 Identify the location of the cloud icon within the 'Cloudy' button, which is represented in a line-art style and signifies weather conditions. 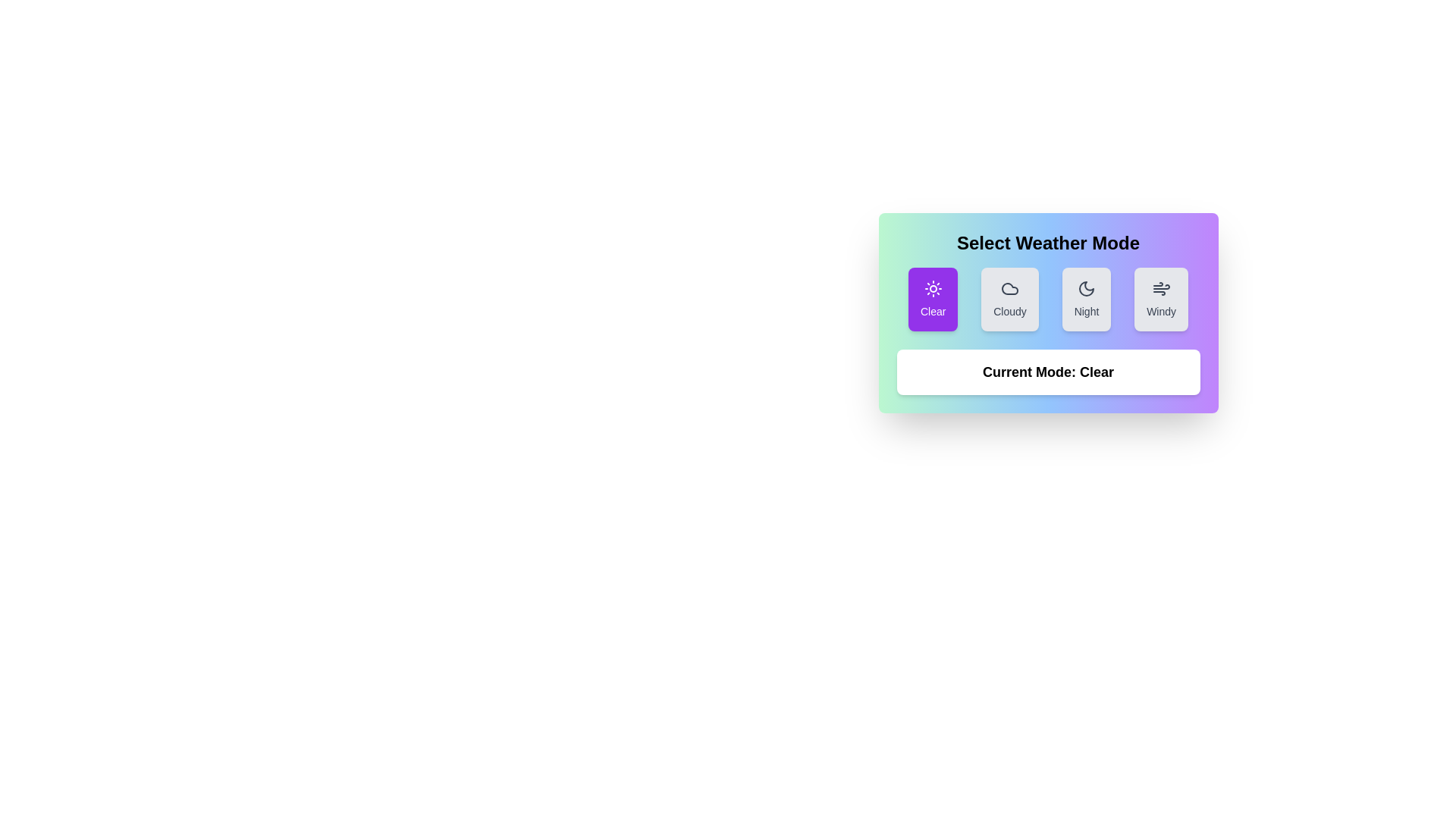
(1009, 289).